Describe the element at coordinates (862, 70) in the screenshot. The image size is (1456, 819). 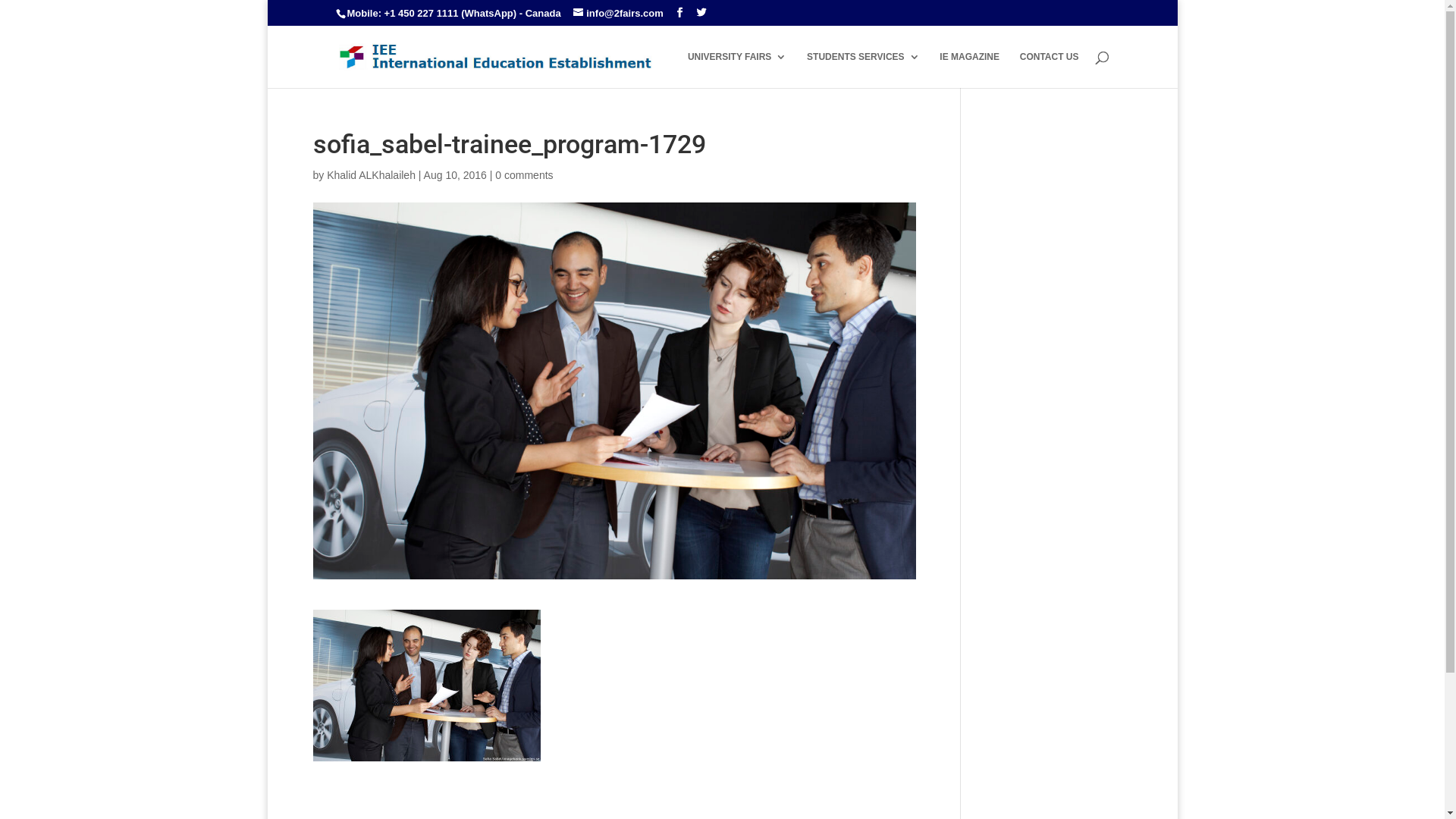
I see `'STUDENTS SERVICES'` at that location.